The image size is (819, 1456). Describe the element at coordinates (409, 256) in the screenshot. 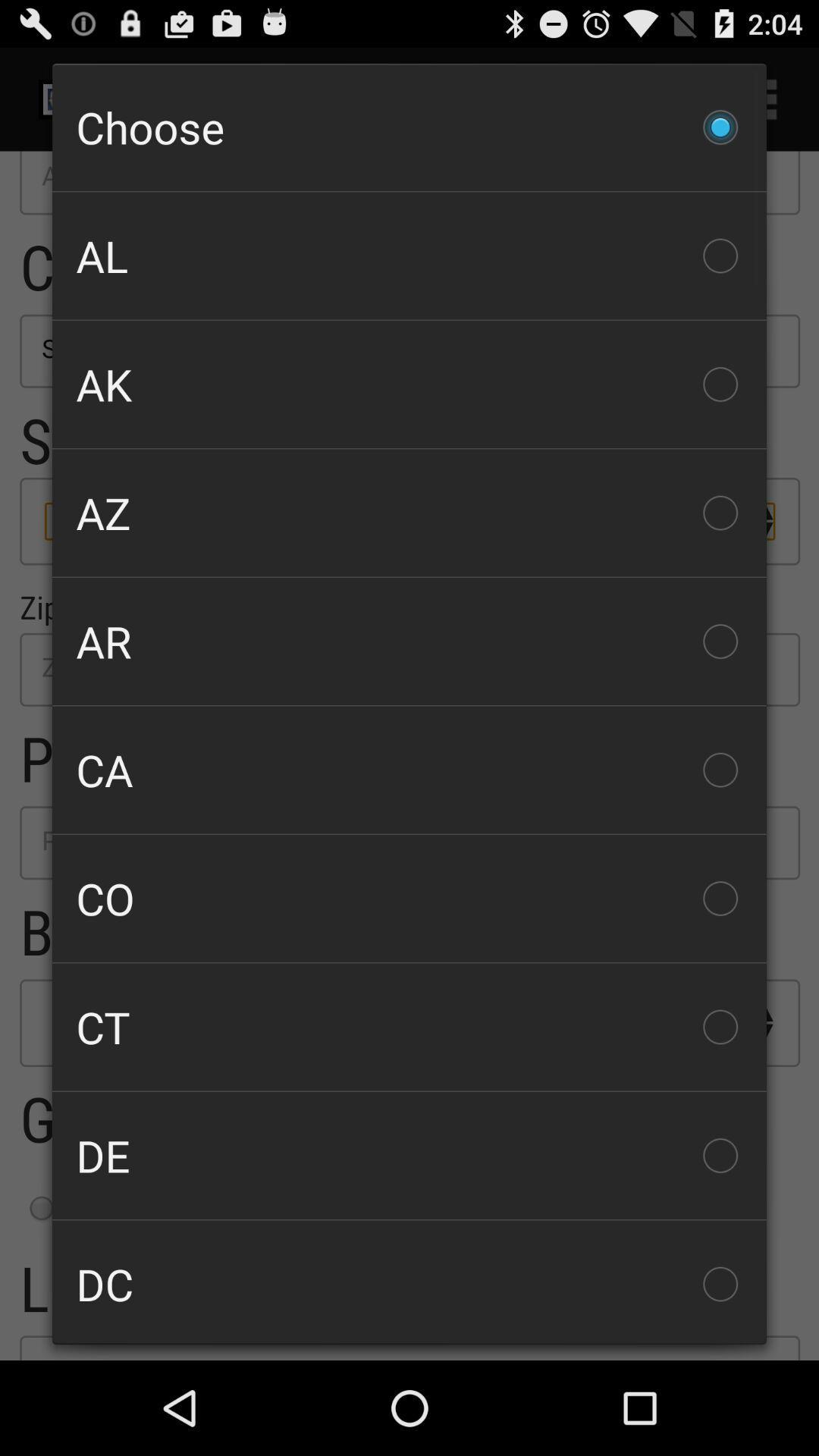

I see `al checkbox` at that location.